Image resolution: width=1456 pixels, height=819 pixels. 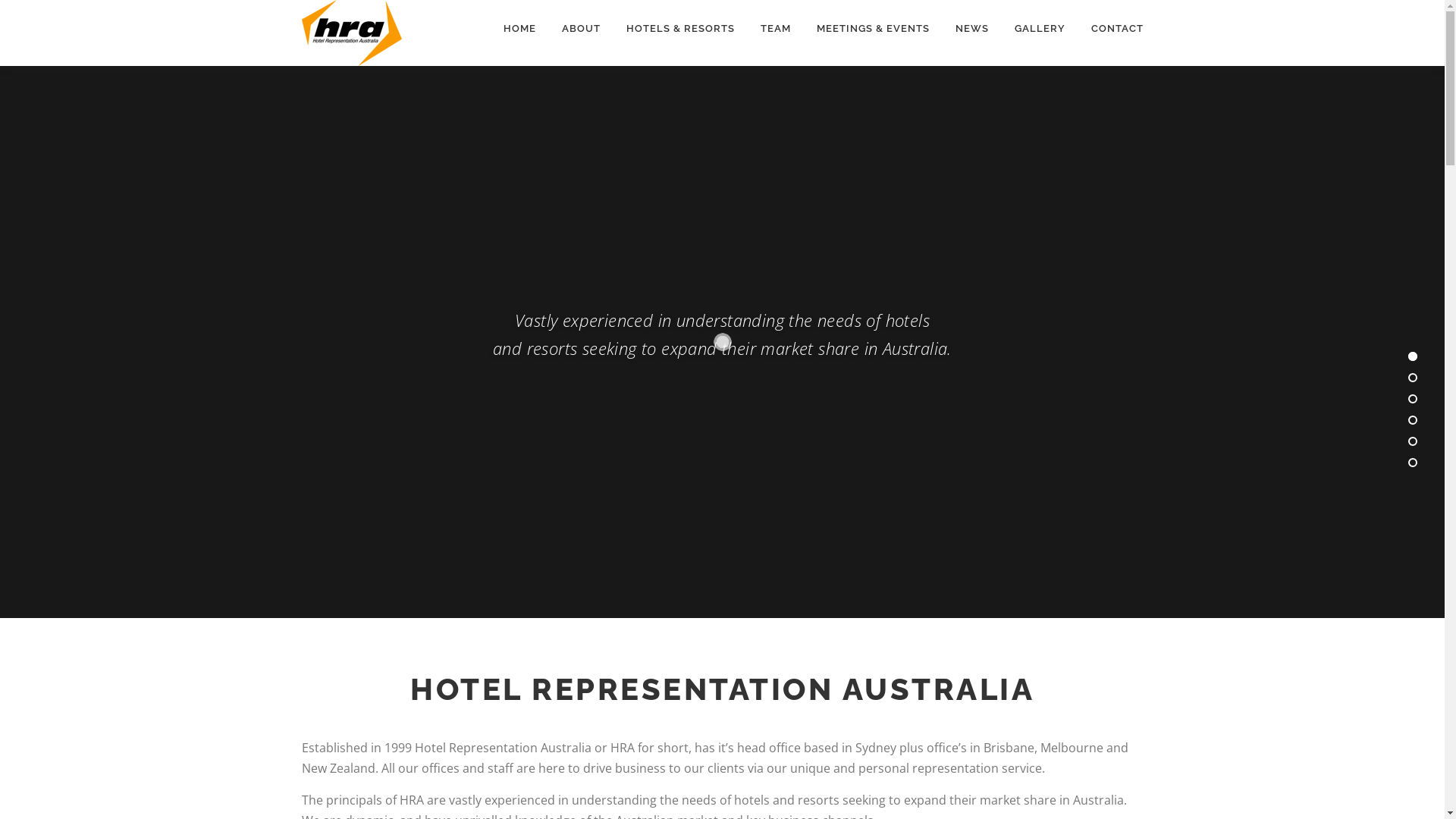 What do you see at coordinates (803, 28) in the screenshot?
I see `'MEETINGS & EVENTS'` at bounding box center [803, 28].